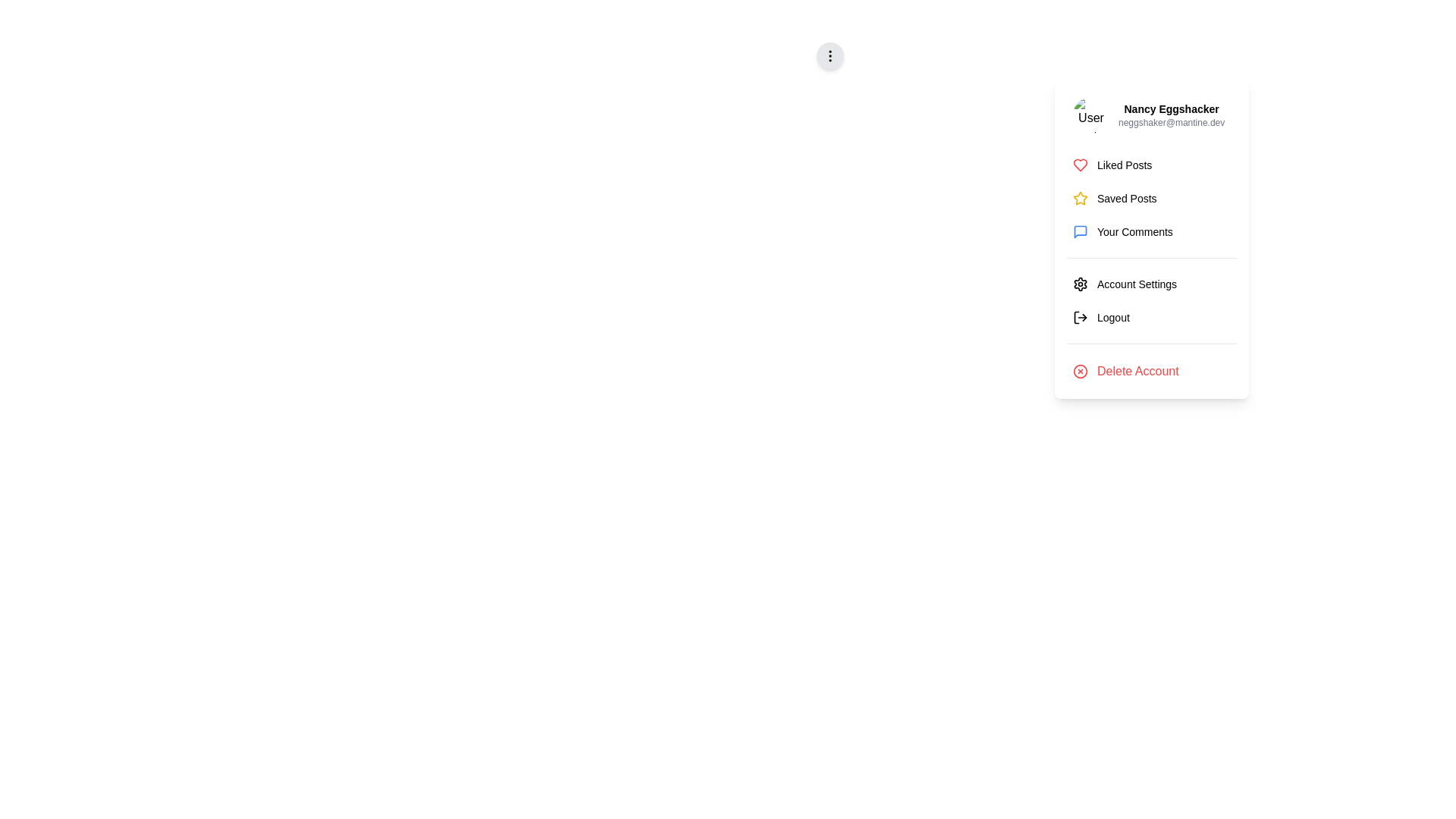 This screenshot has width=1456, height=819. I want to click on the settings icon located to the left of the 'Account Settings' label, so click(1080, 284).